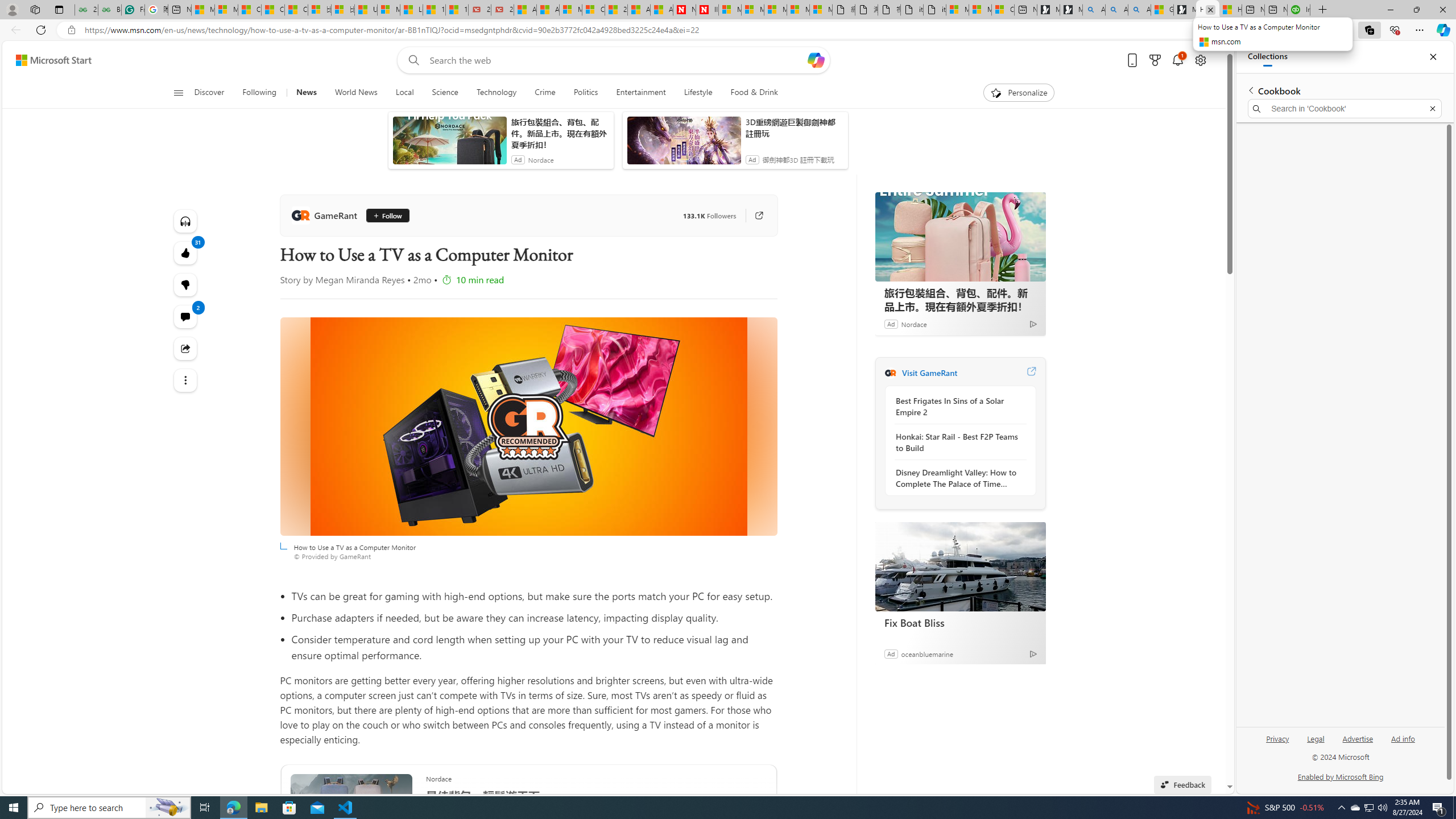 The image size is (1456, 819). What do you see at coordinates (178, 92) in the screenshot?
I see `'Open navigation menu'` at bounding box center [178, 92].